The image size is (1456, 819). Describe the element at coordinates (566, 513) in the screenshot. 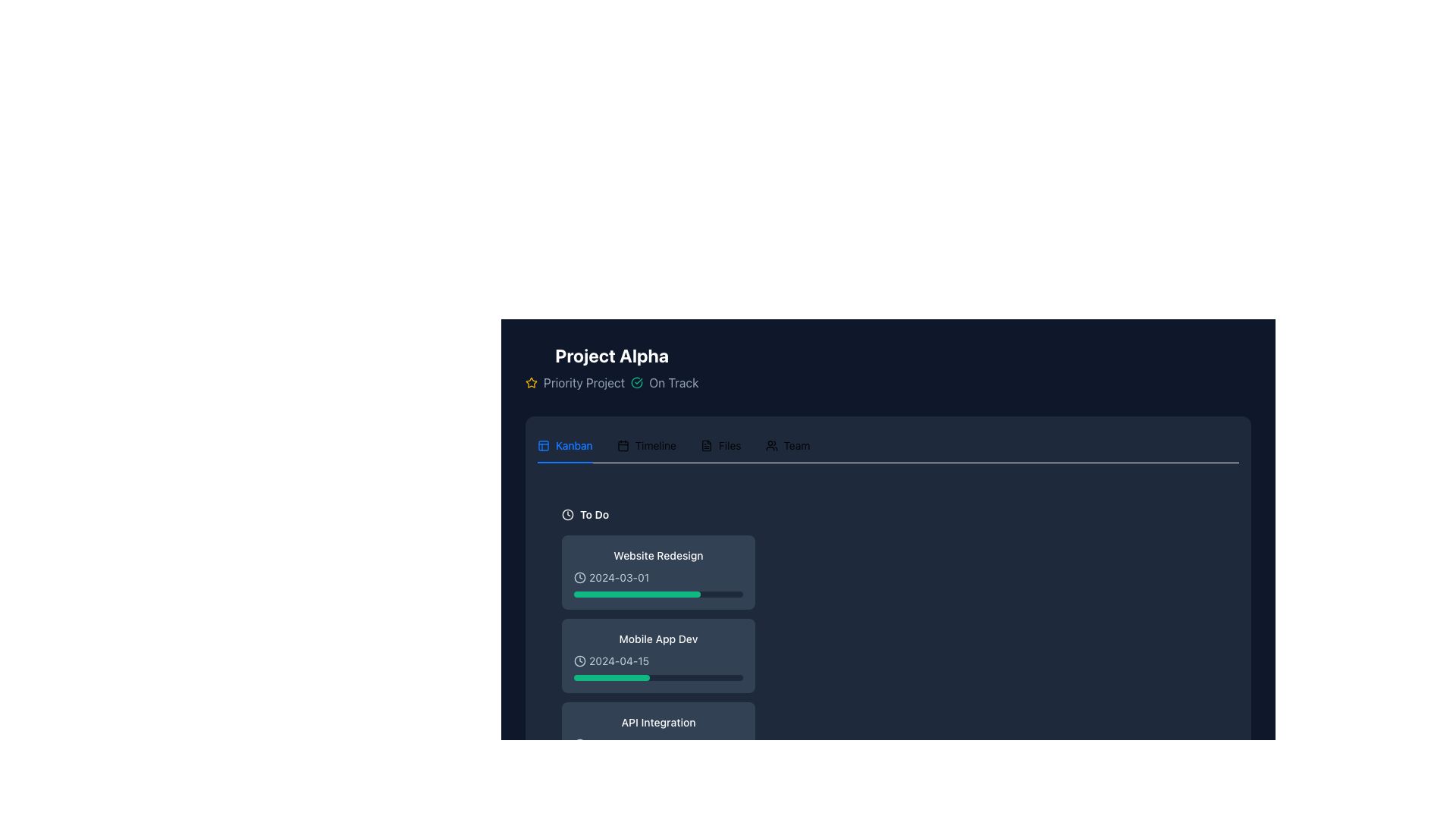

I see `the clock icon located to the left of the 'To Do' title in the Kanban board interface` at that location.